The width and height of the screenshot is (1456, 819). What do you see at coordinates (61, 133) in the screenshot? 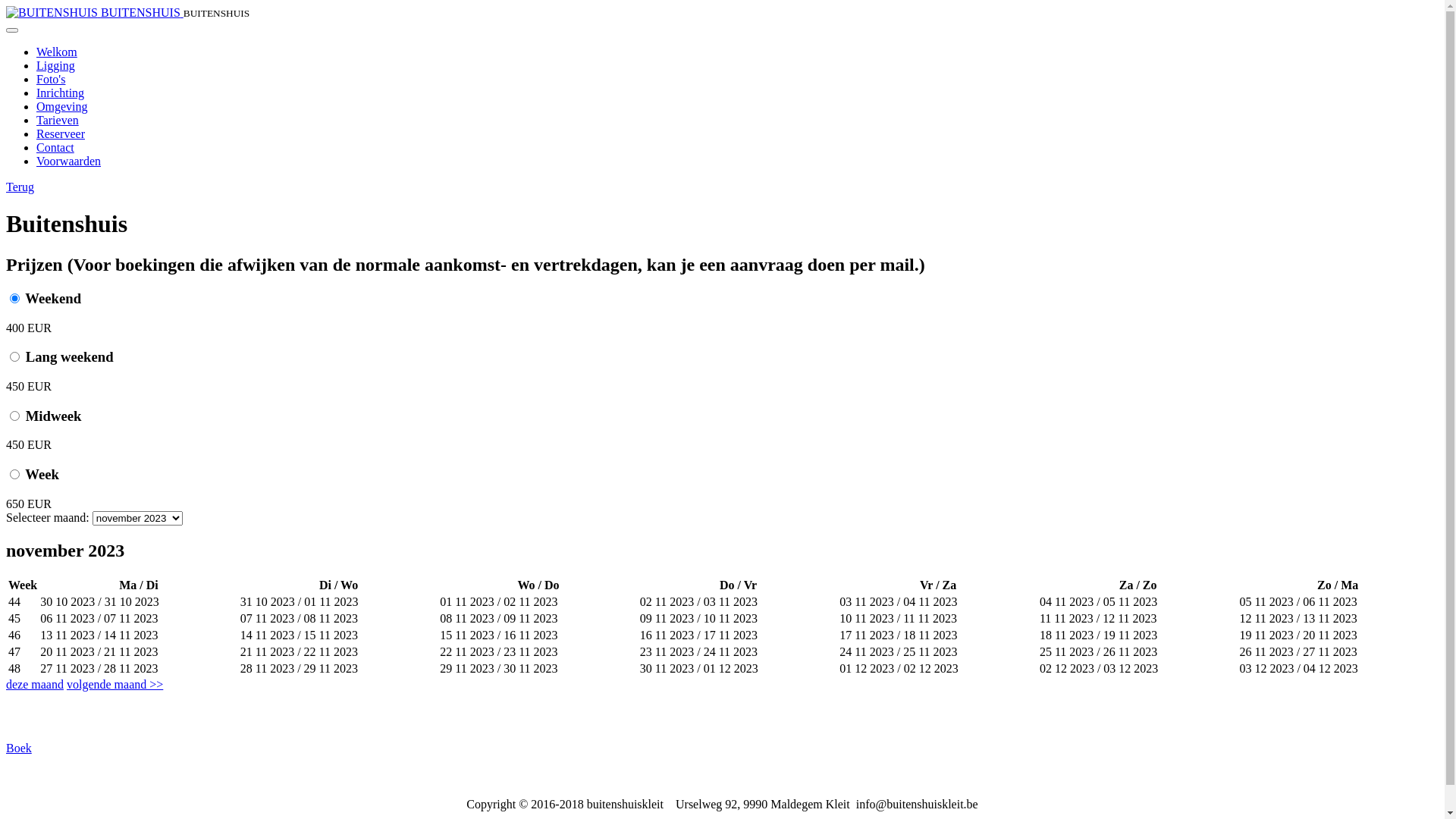
I see `'Reserveer'` at bounding box center [61, 133].